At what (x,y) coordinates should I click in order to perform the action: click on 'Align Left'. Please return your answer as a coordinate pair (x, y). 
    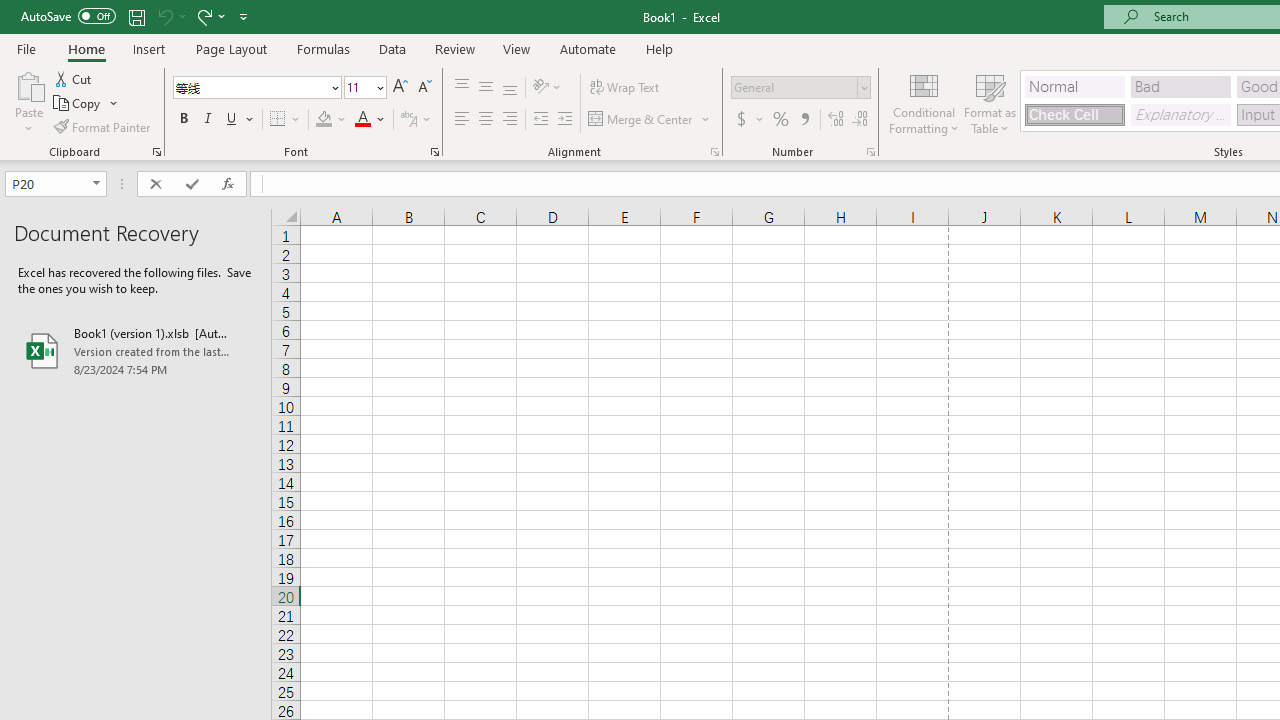
    Looking at the image, I should click on (461, 119).